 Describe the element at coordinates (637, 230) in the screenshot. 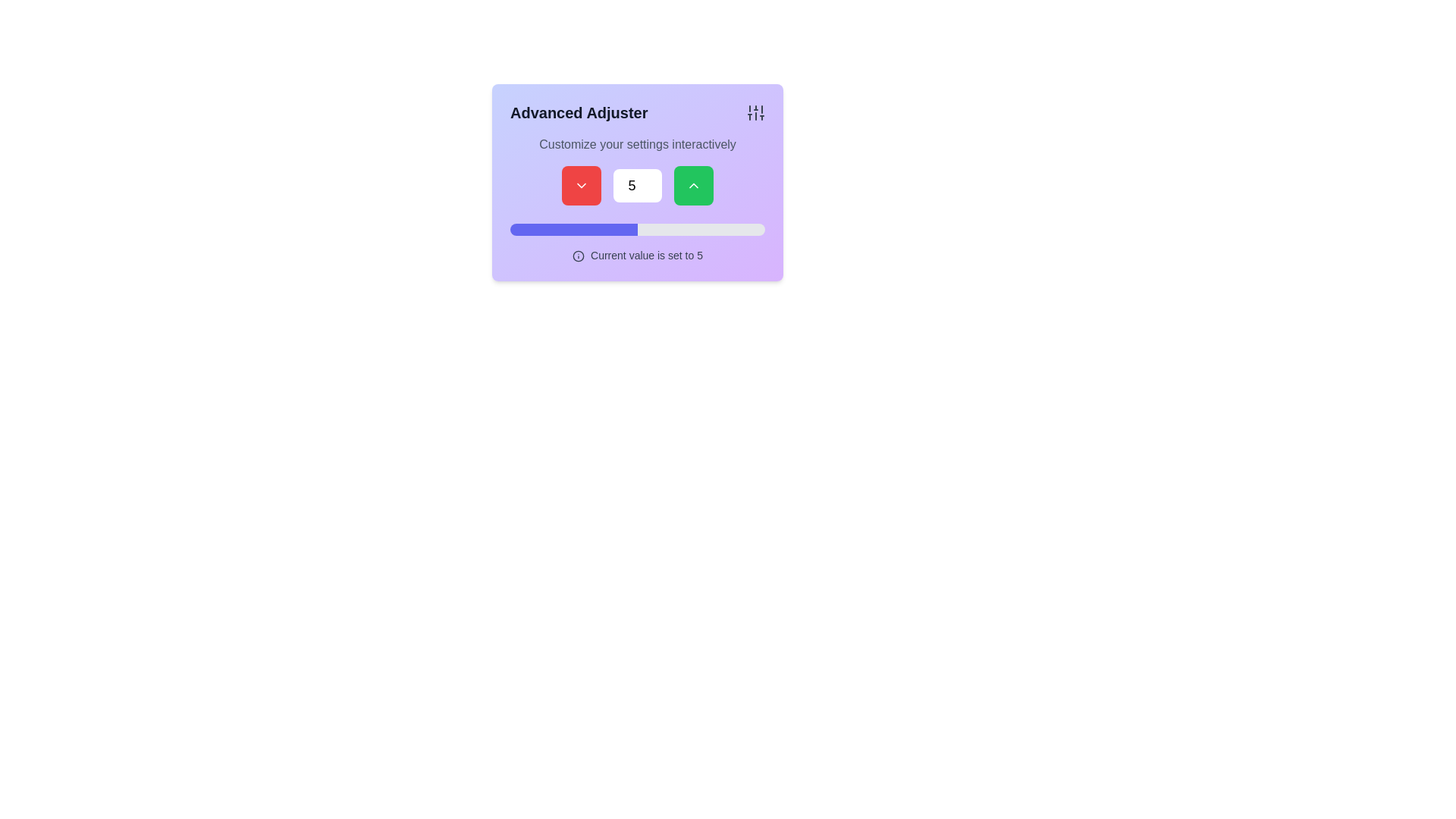

I see `the prominent horizontal progress bar with rounded ends, styled with an indigo left section and a gray right section, located below the numeric input box within the card` at that location.